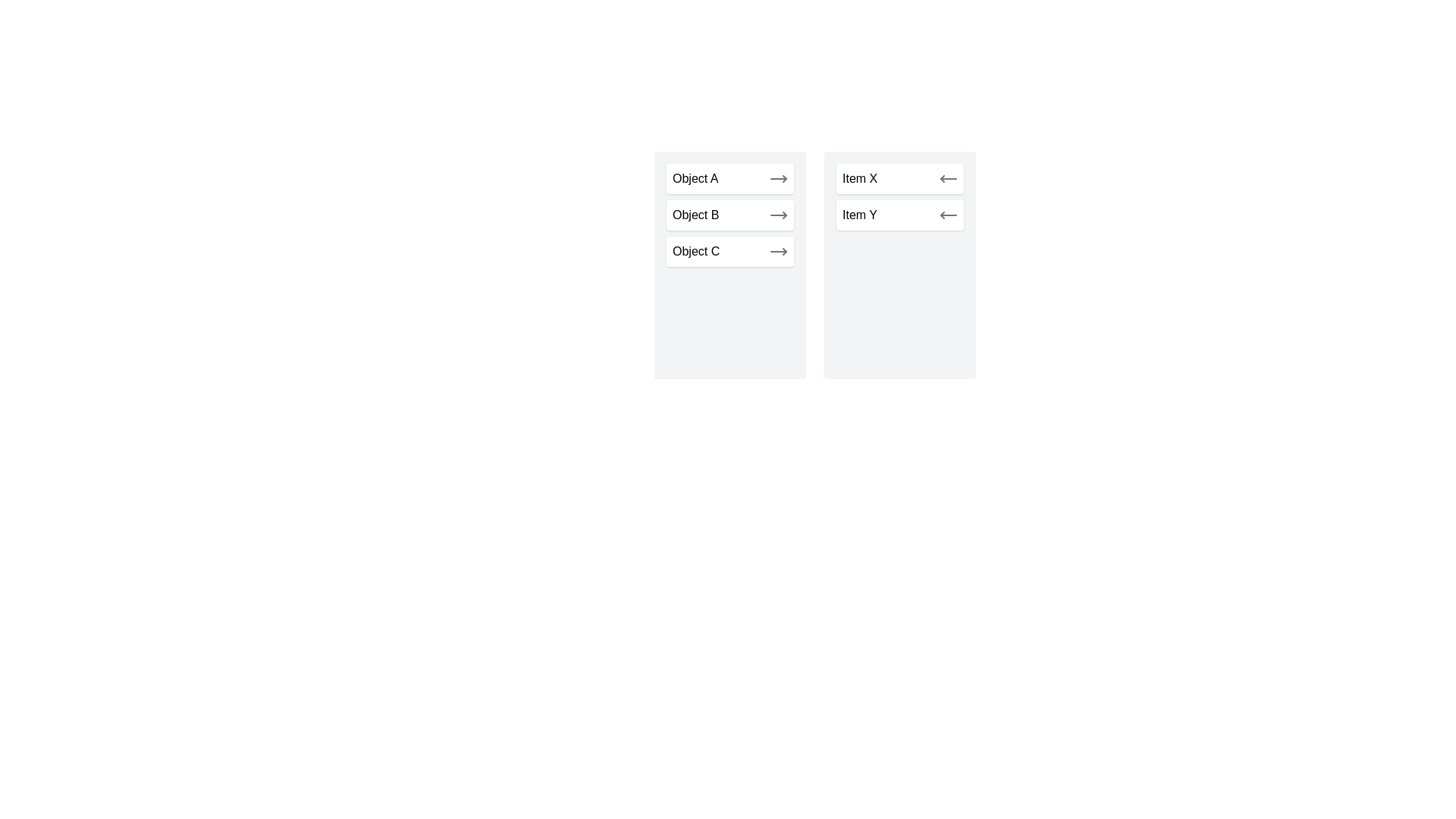 Image resolution: width=1456 pixels, height=819 pixels. Describe the element at coordinates (779, 215) in the screenshot. I see `transfer button next to Object B in the left list to move it to the right list` at that location.